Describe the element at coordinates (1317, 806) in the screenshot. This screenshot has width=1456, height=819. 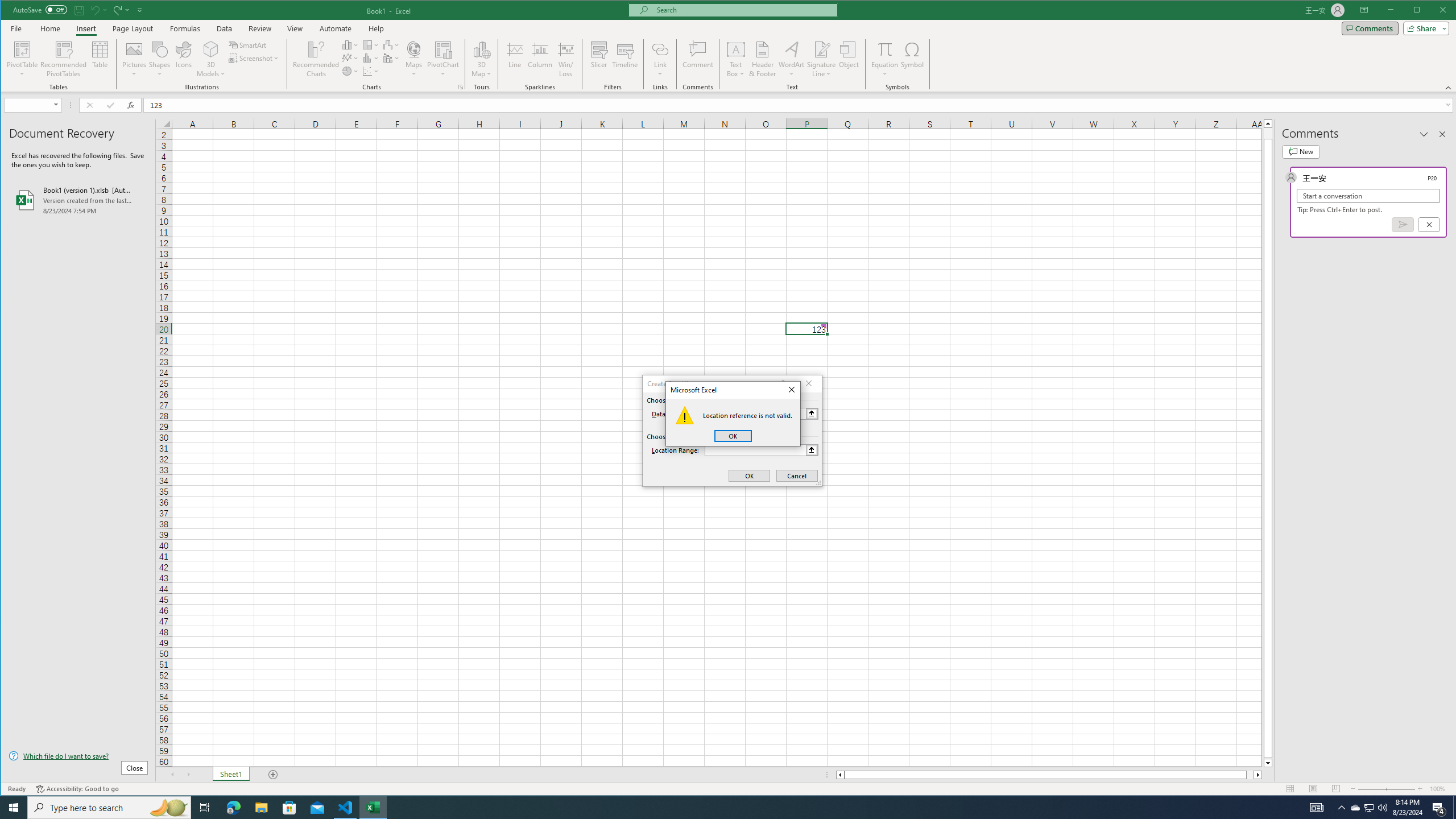
I see `'AutomationID: 4105'` at that location.